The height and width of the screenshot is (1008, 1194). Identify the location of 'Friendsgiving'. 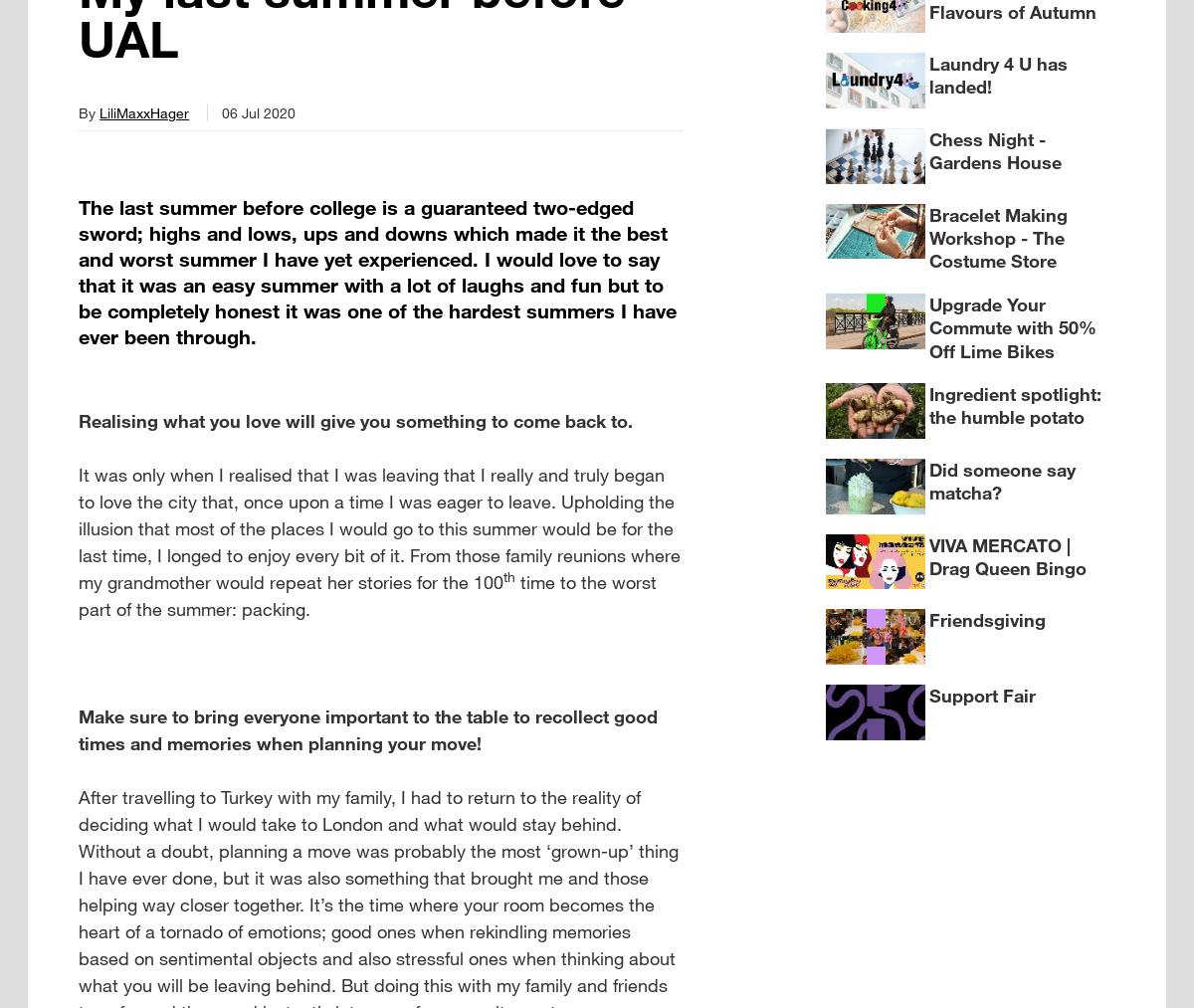
(928, 618).